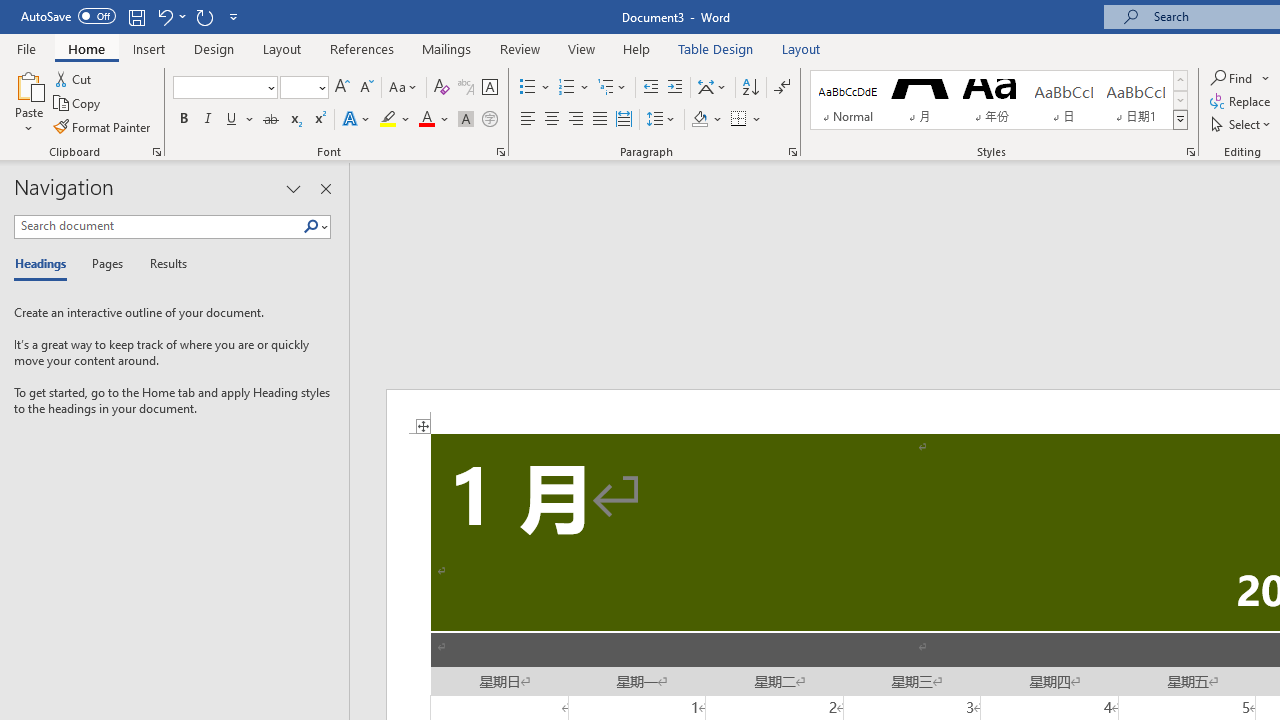  Describe the element at coordinates (292, 189) in the screenshot. I see `'Task Pane Options'` at that location.